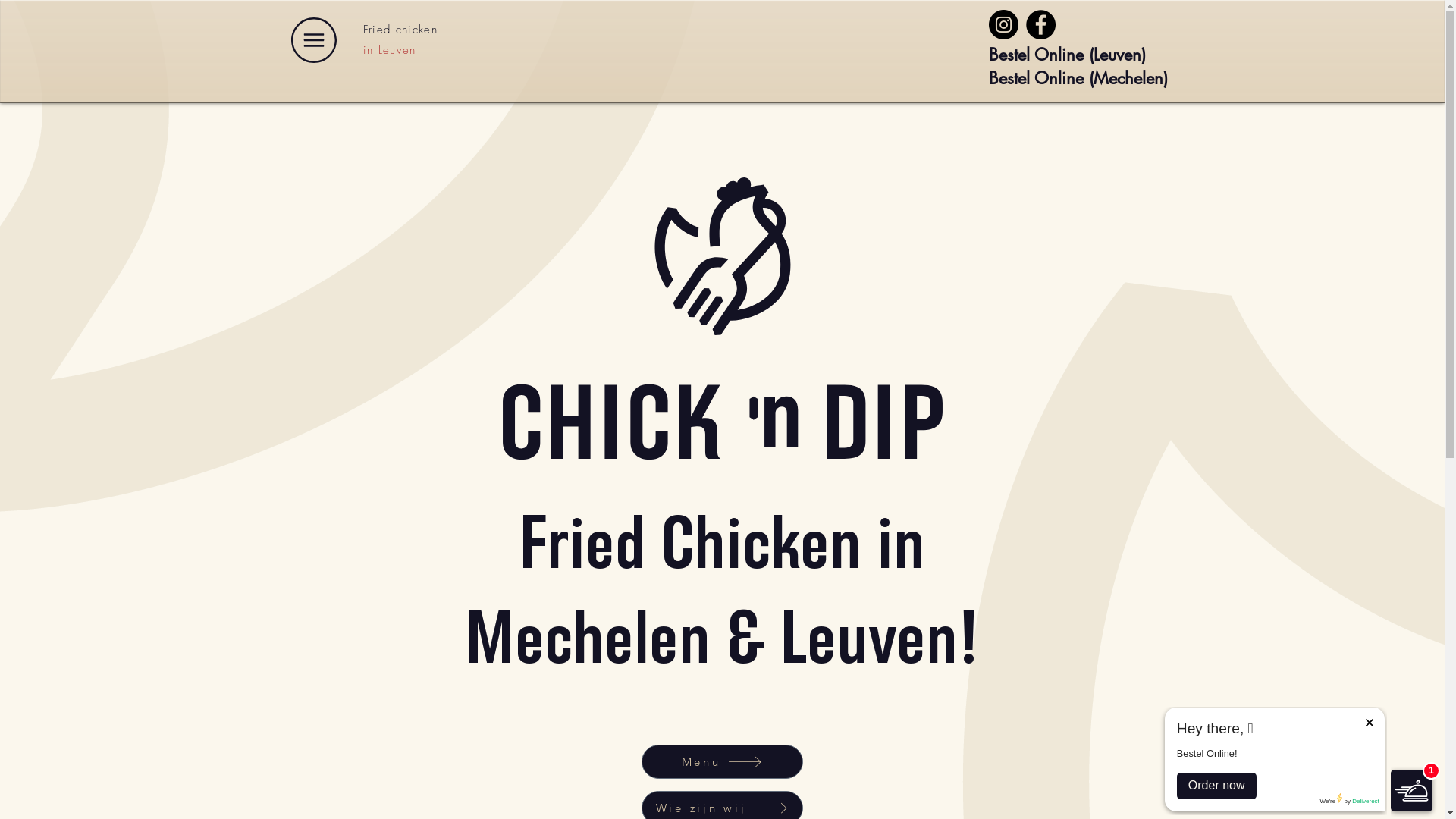  Describe the element at coordinates (389, 49) in the screenshot. I see `'in Leuven'` at that location.